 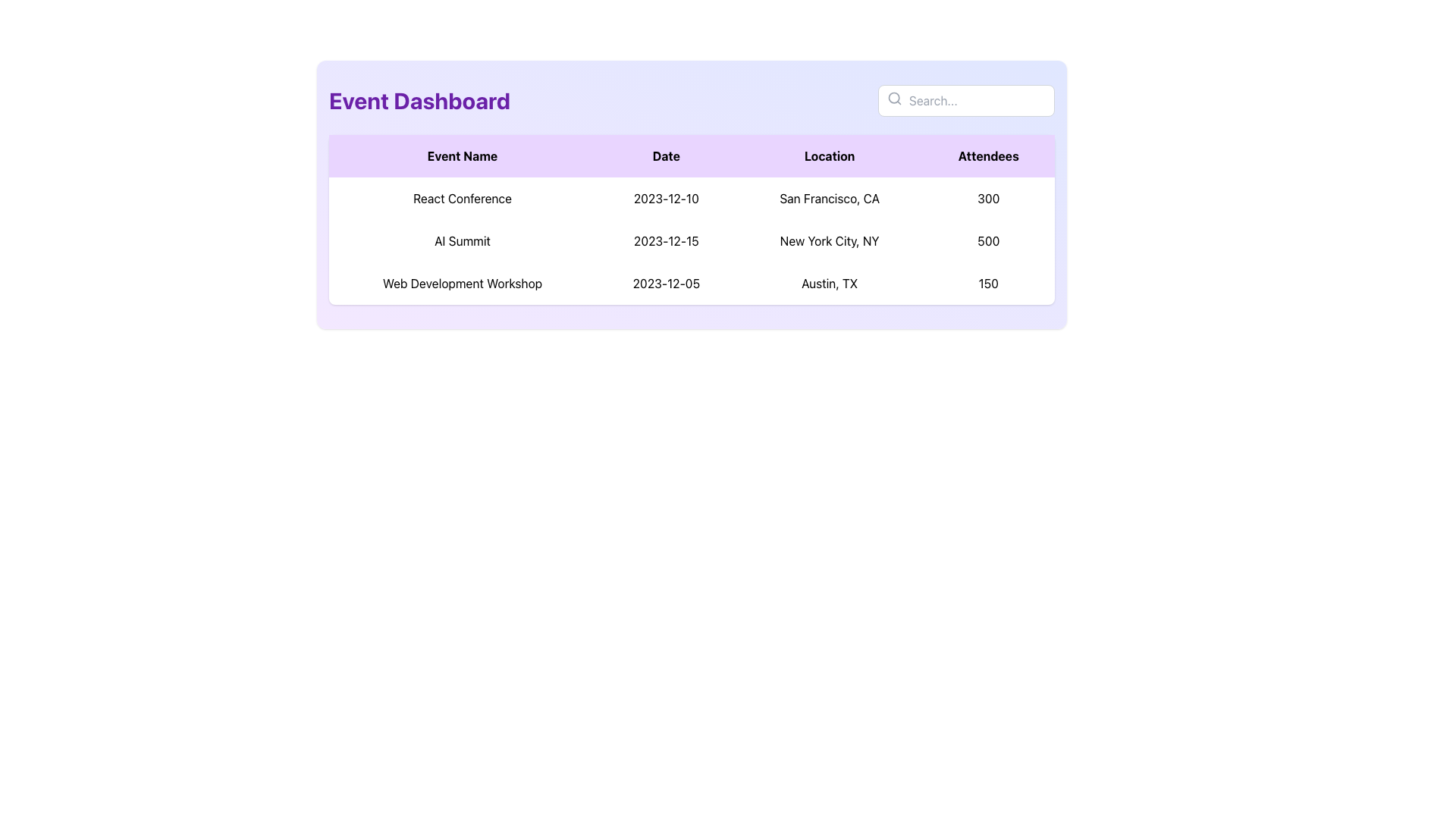 I want to click on the numeric text '150' displayed in bold black font under the 'Attendees' column for the 'Web Development Workshop' event, so click(x=988, y=284).